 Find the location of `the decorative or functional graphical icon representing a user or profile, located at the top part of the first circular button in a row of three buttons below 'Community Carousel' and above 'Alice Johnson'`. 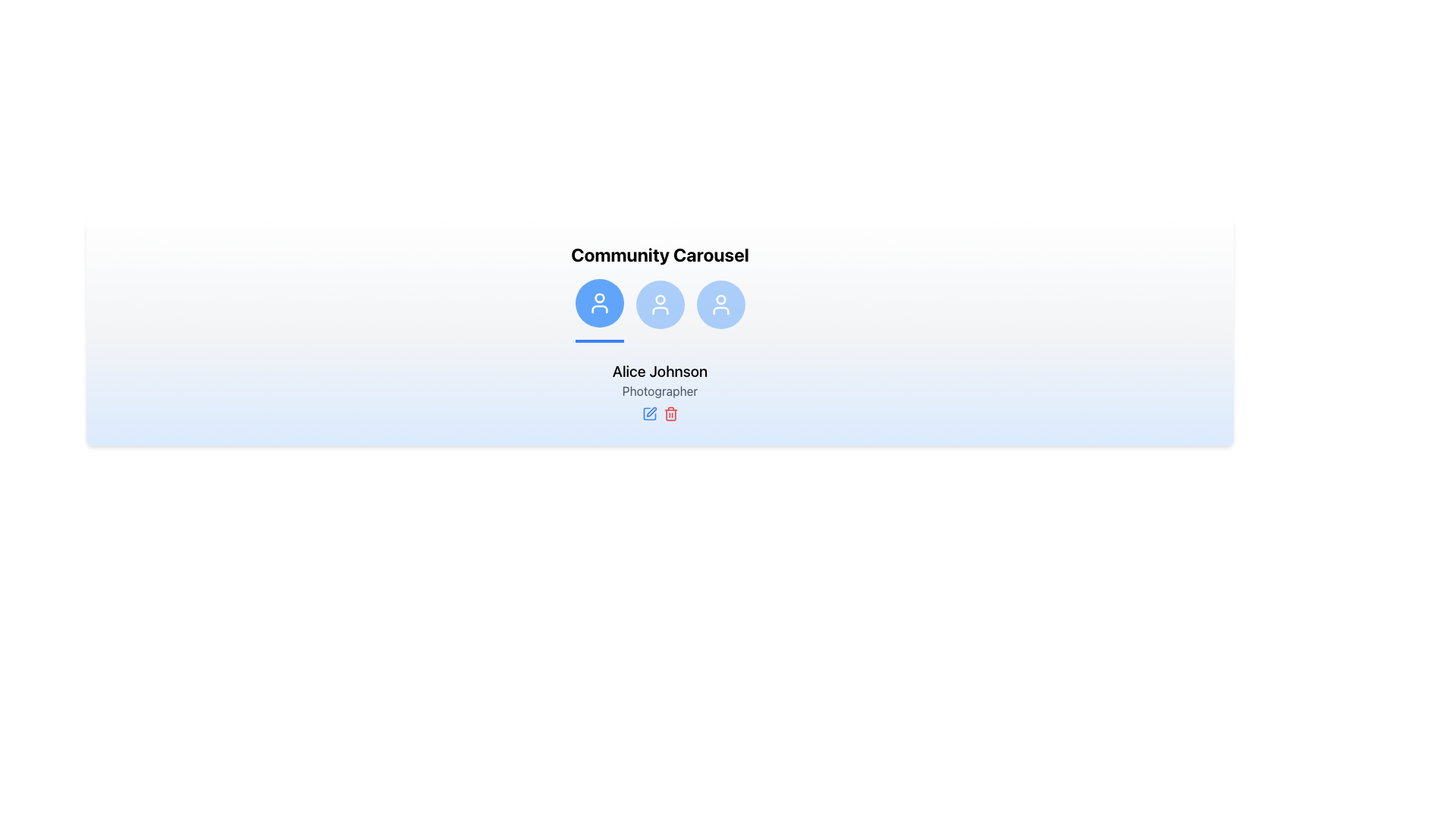

the decorative or functional graphical icon representing a user or profile, located at the top part of the first circular button in a row of three buttons below 'Community Carousel' and above 'Alice Johnson' is located at coordinates (598, 298).